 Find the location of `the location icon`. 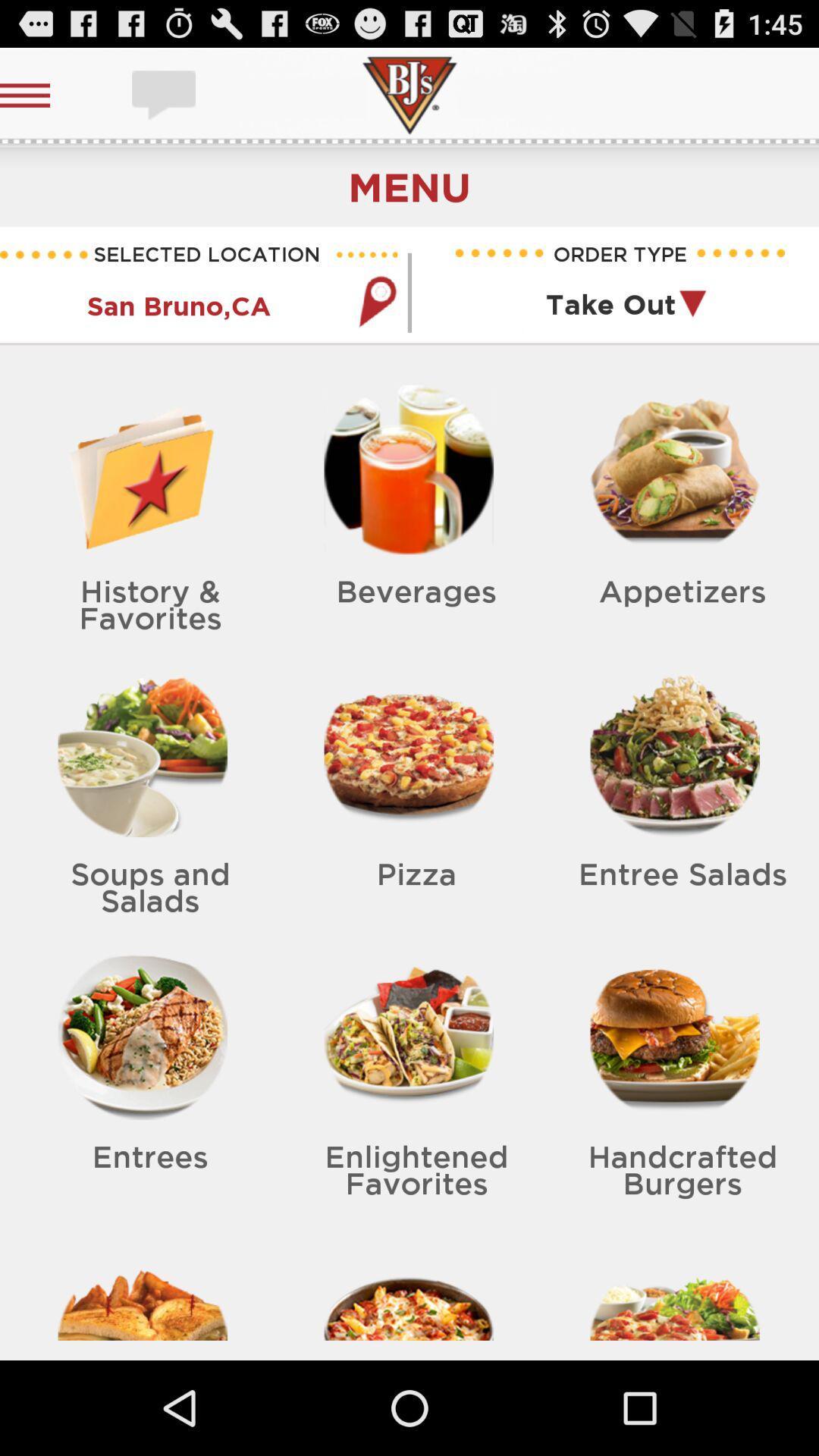

the location icon is located at coordinates (376, 322).